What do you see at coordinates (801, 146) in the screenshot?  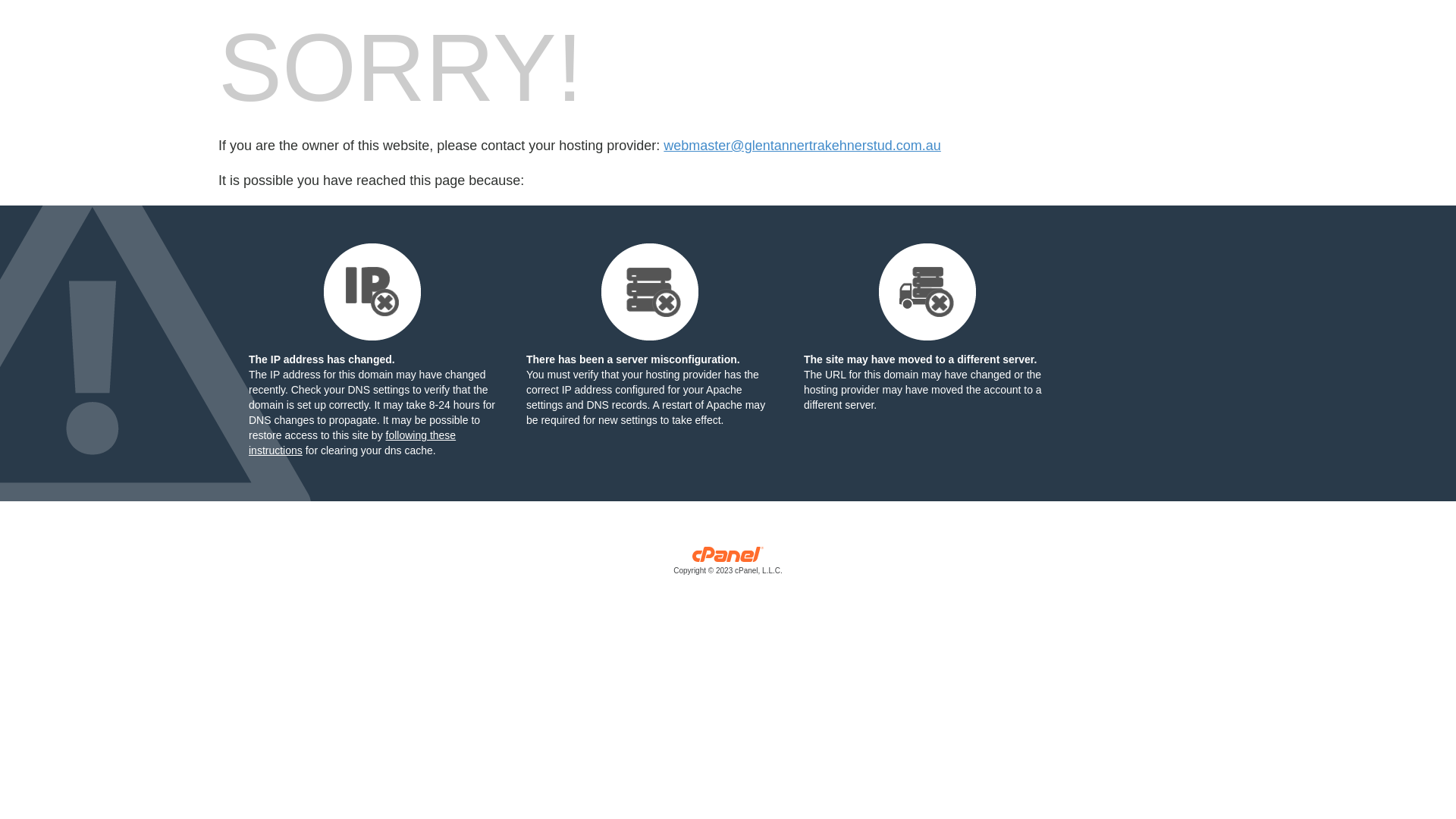 I see `'webmaster@glentannertrakehnerstud.com.au'` at bounding box center [801, 146].